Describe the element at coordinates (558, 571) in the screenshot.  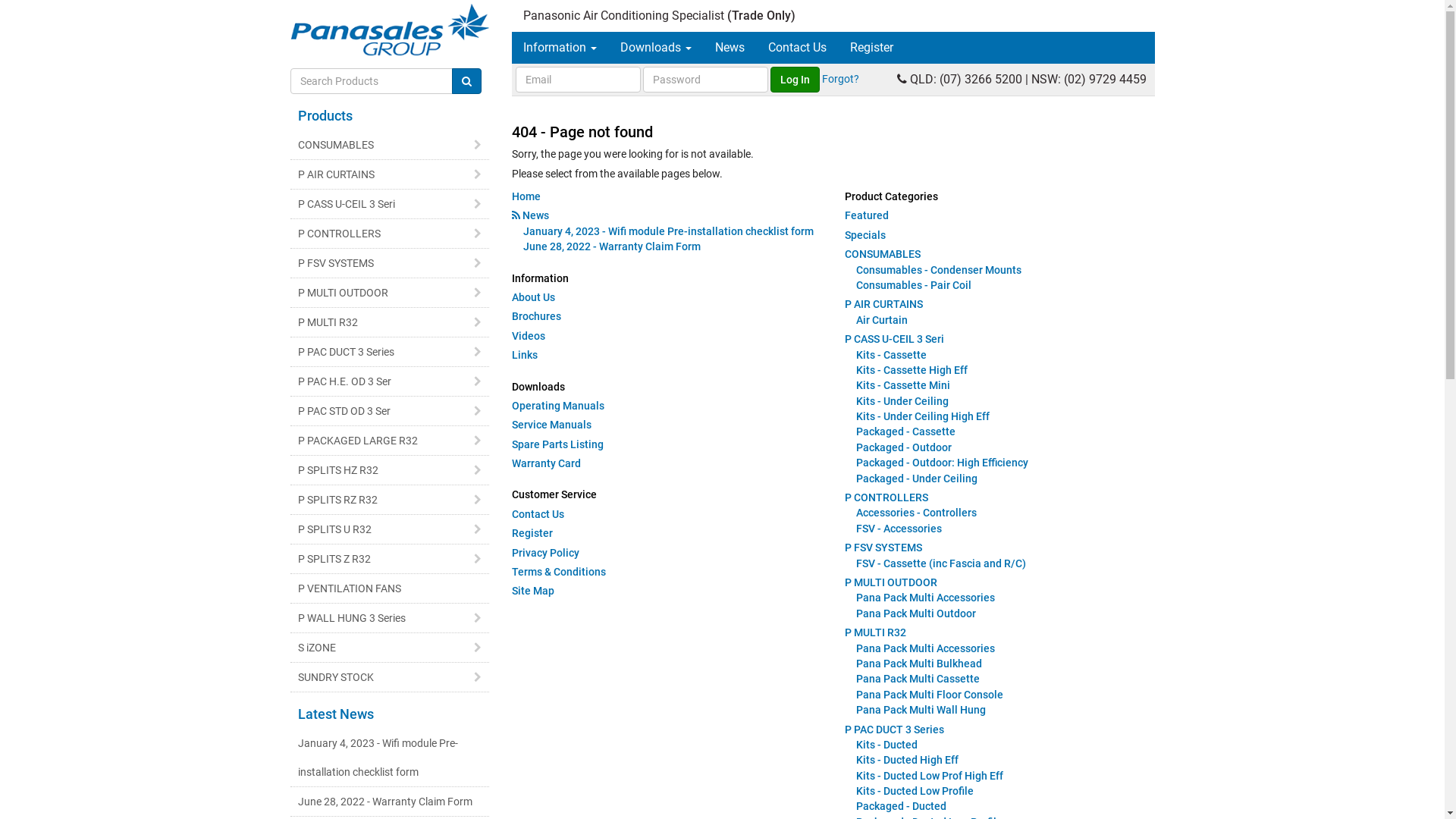
I see `'Terms & Conditions'` at that location.